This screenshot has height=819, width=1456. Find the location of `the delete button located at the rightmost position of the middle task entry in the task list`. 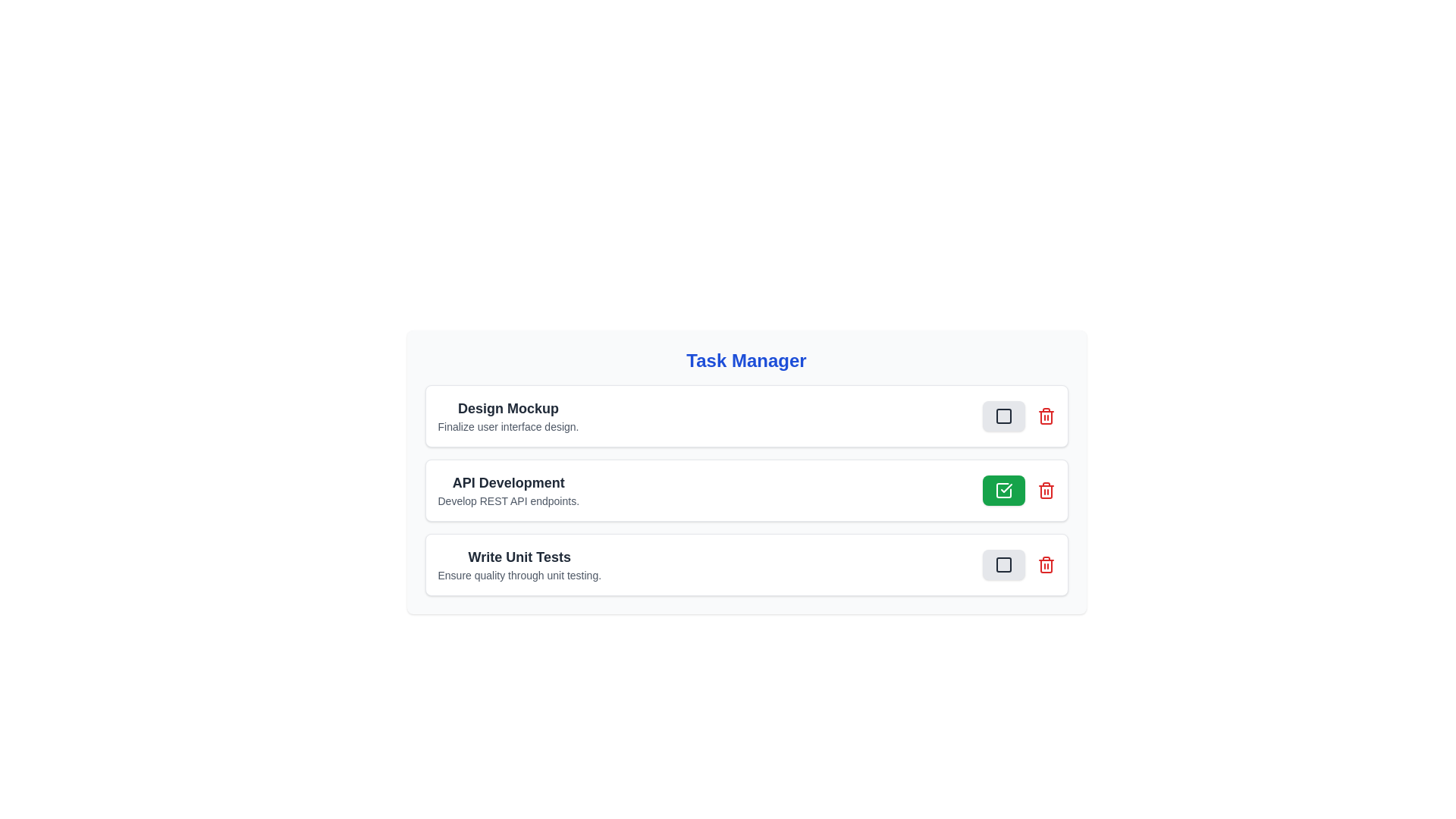

the delete button located at the rightmost position of the middle task entry in the task list is located at coordinates (1045, 491).